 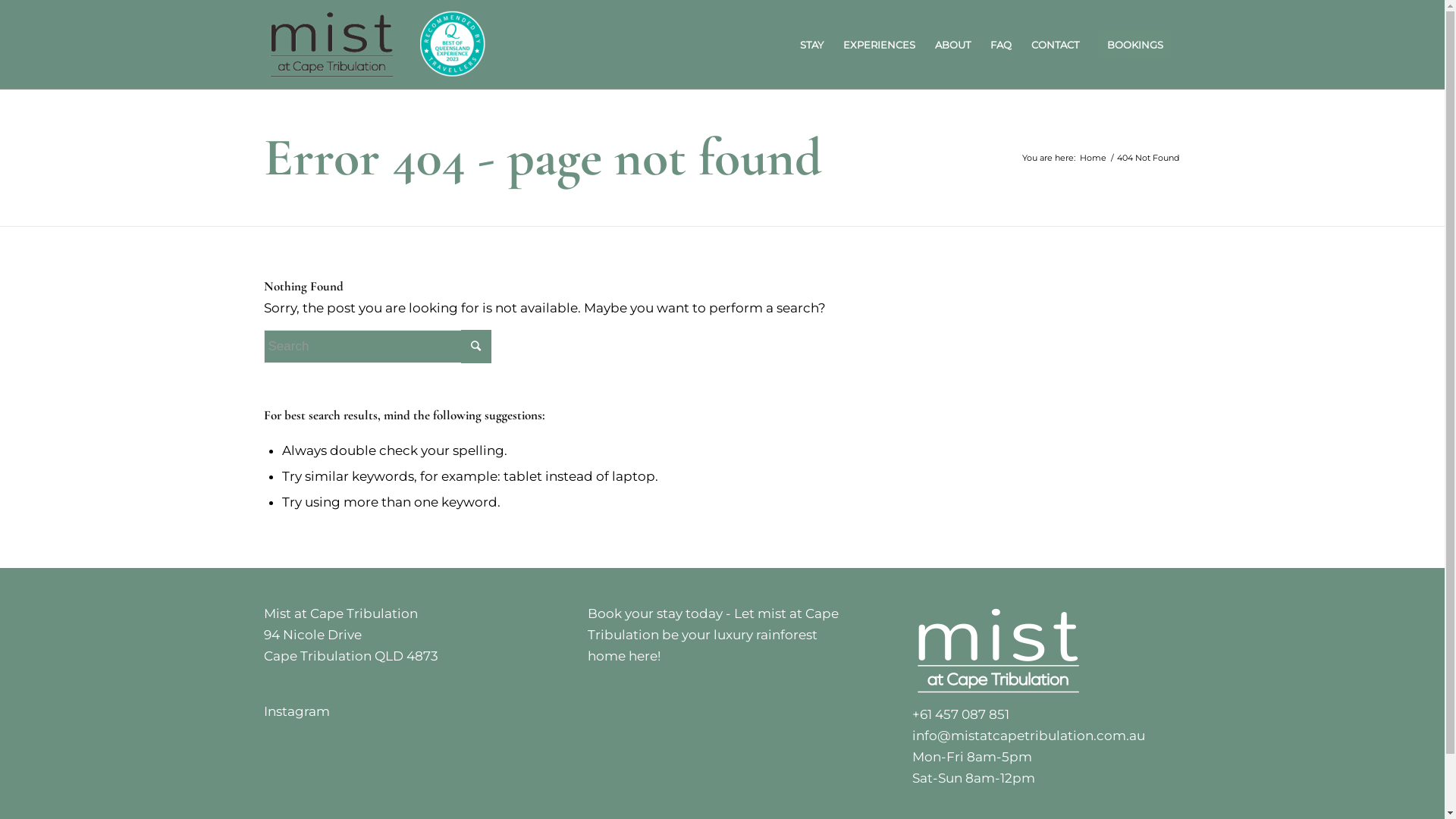 I want to click on 'CONTACT', so click(x=1053, y=43).